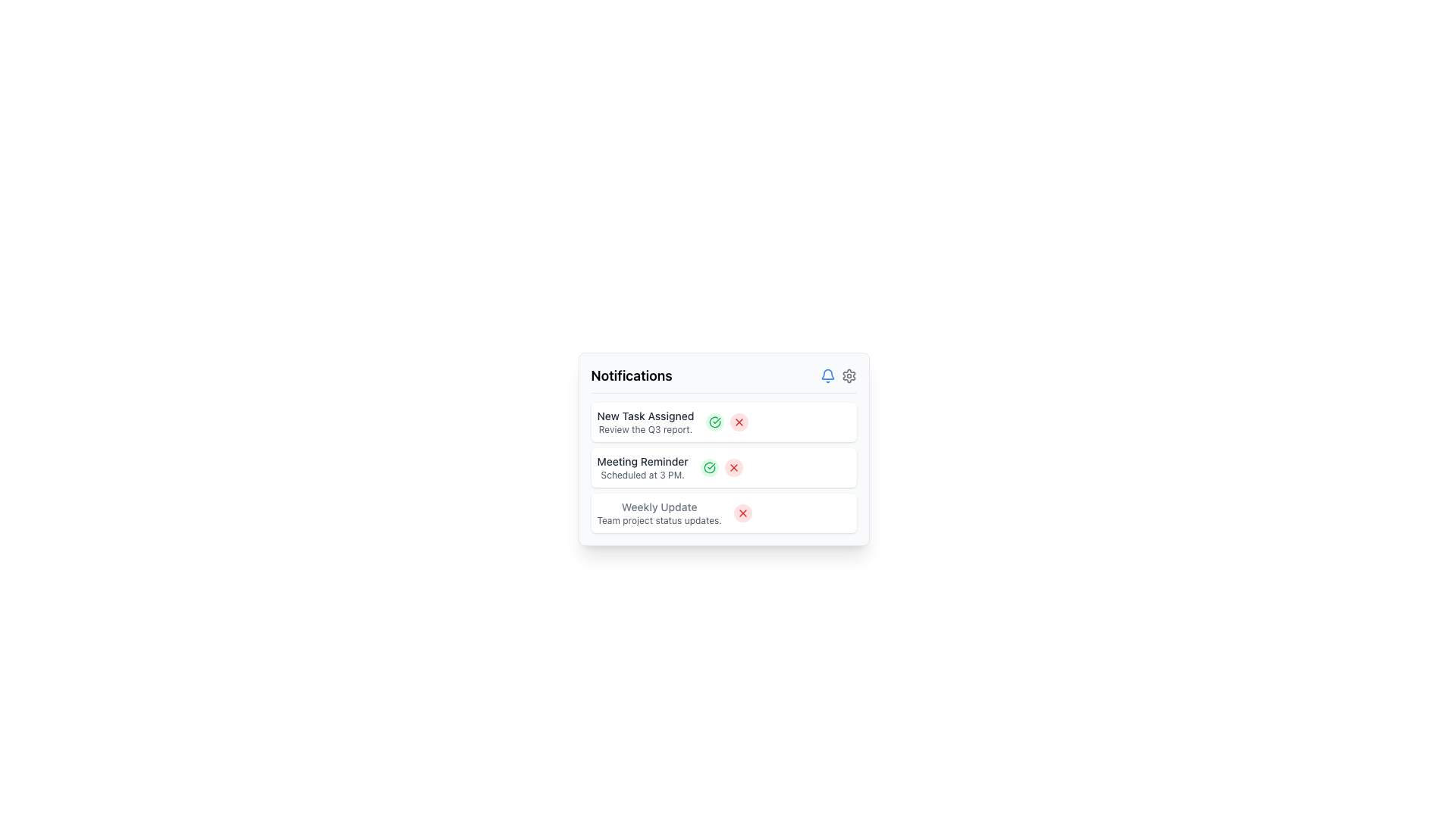  Describe the element at coordinates (642, 467) in the screenshot. I see `text from the notification about the scheduled meeting, which is the second item in the vertical list of notifications` at that location.